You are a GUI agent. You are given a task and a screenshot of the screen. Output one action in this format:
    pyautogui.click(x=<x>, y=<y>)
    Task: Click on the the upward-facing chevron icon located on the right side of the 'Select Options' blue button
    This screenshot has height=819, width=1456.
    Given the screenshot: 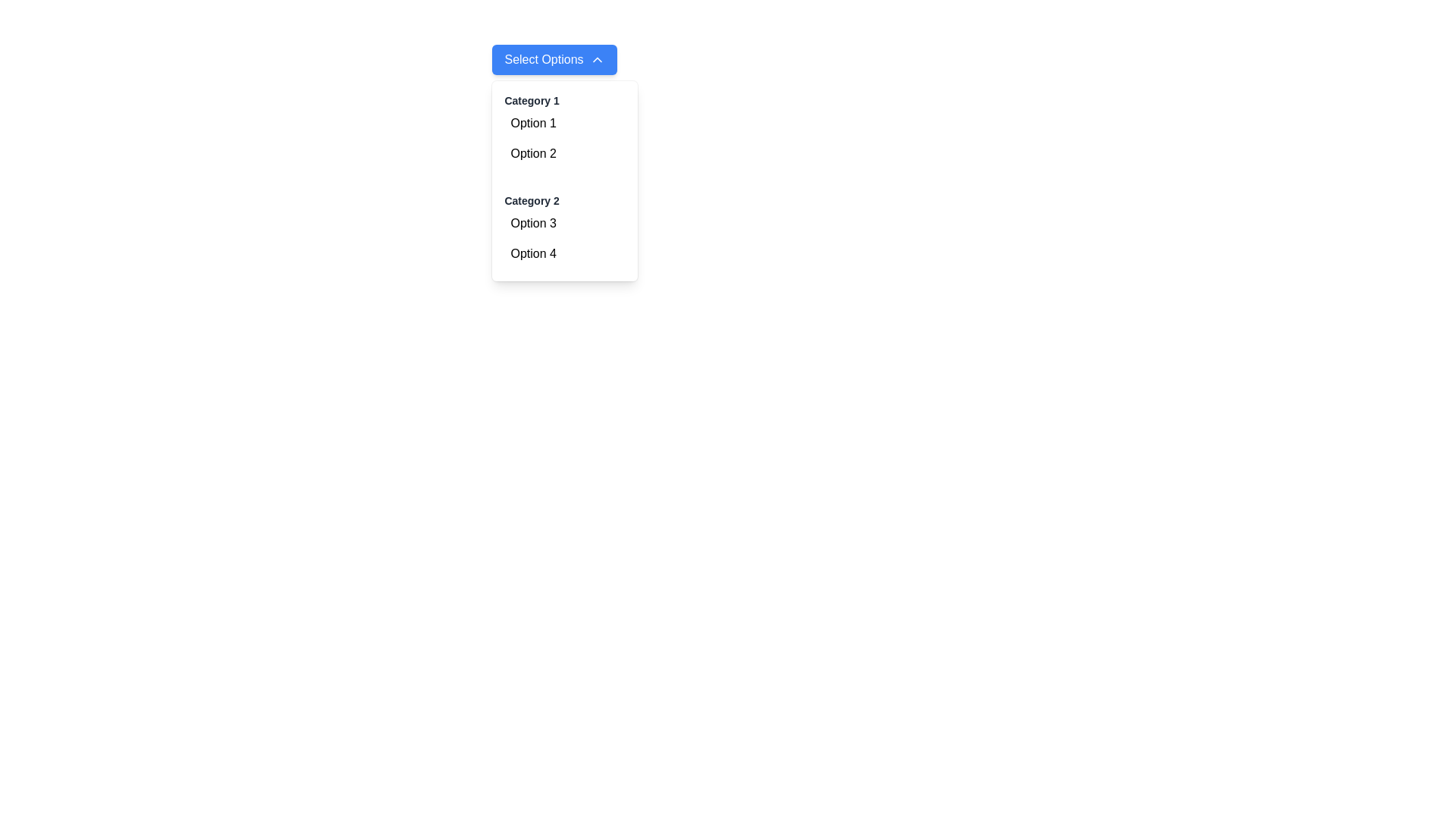 What is the action you would take?
    pyautogui.click(x=596, y=58)
    